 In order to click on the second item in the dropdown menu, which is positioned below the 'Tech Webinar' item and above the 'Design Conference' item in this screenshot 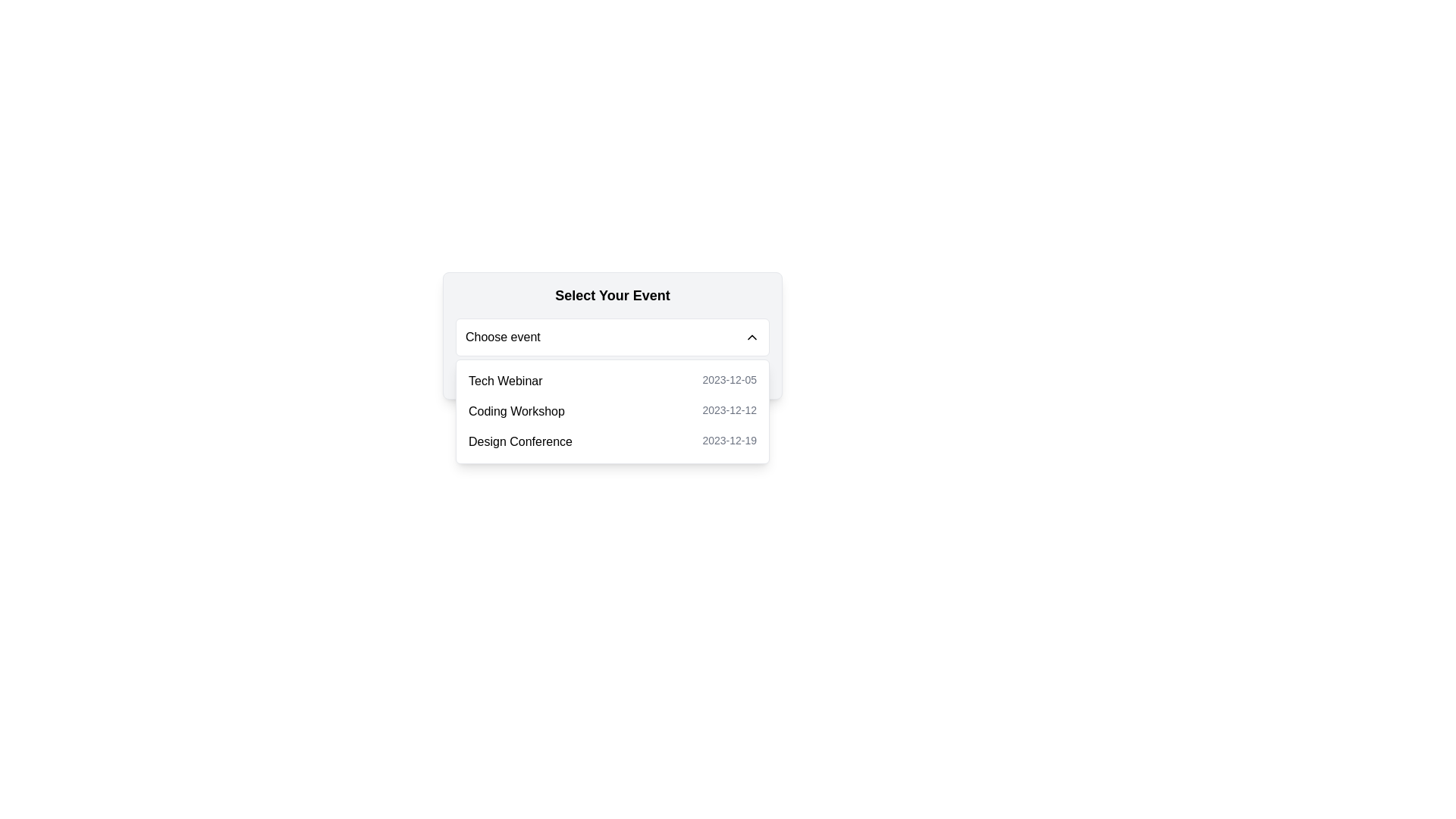, I will do `click(612, 412)`.